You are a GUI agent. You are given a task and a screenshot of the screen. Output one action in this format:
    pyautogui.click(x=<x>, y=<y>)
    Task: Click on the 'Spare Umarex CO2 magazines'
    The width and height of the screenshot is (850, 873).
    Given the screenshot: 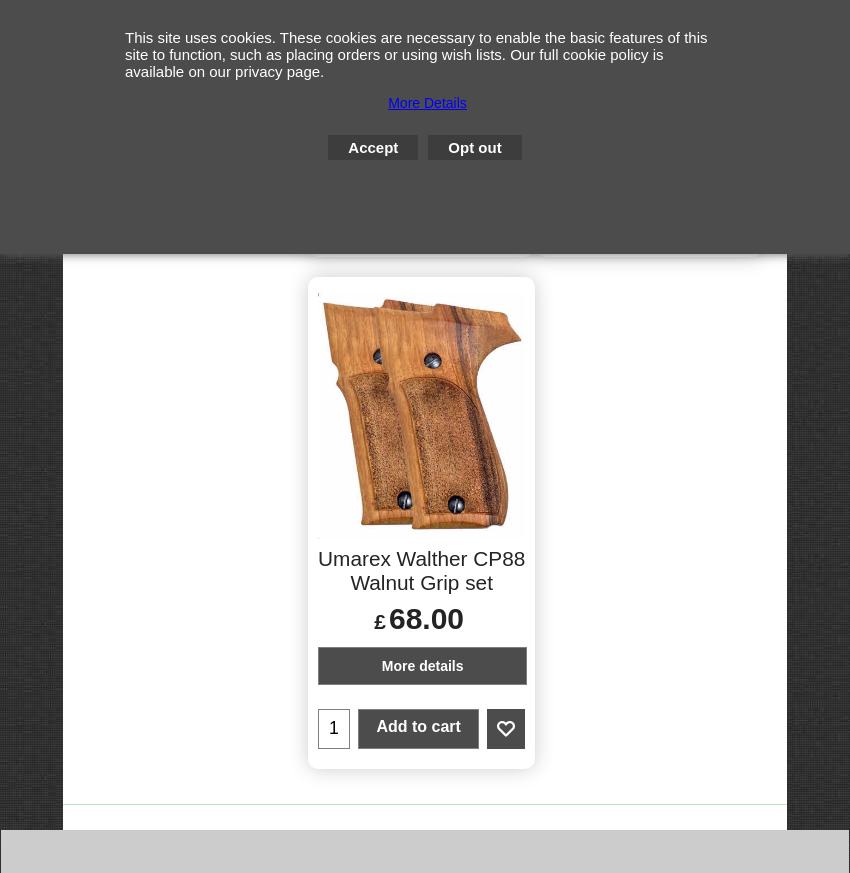 What is the action you would take?
    pyautogui.click(x=648, y=57)
    